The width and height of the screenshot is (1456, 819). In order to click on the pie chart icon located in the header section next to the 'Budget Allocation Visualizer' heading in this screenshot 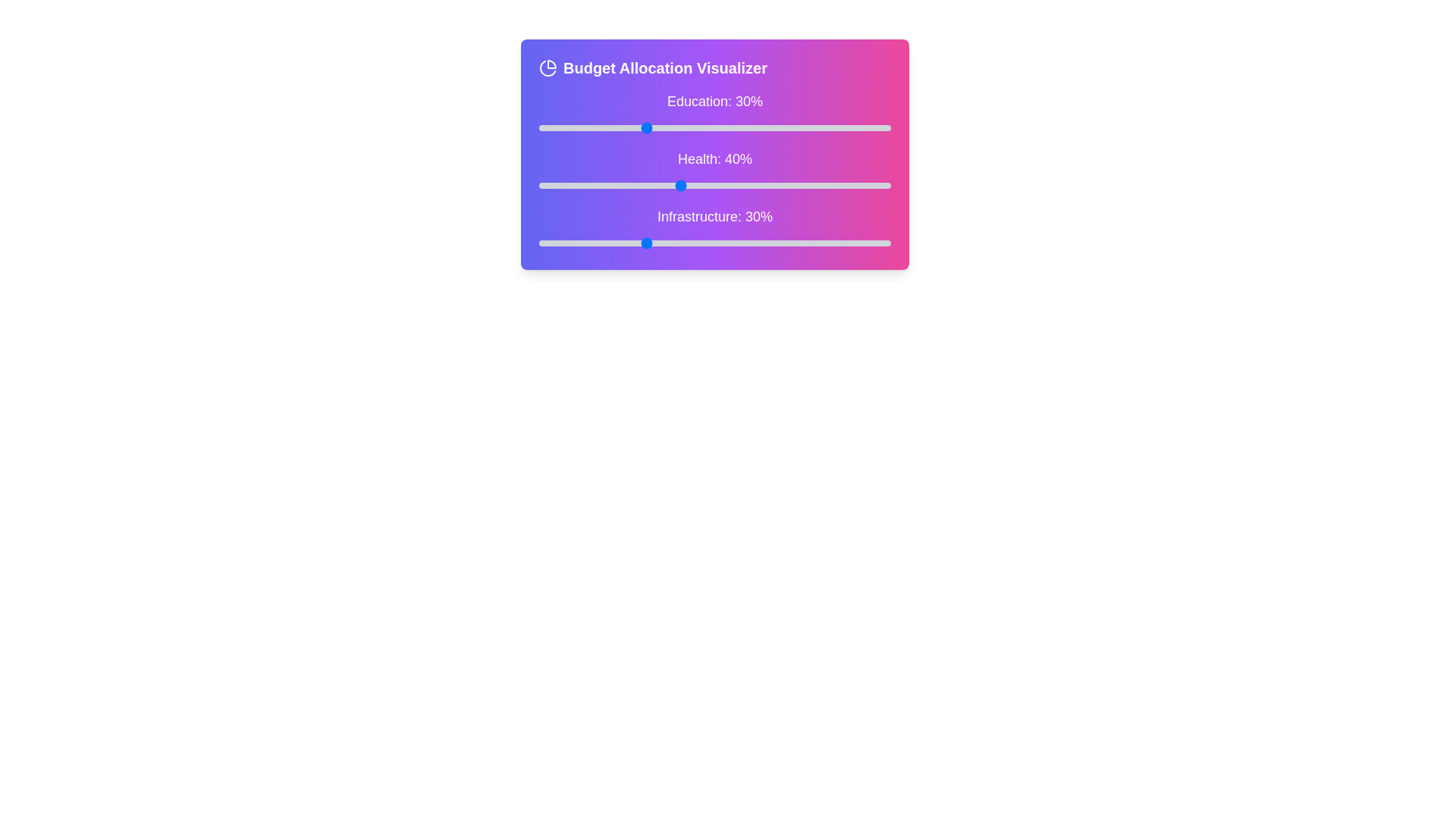, I will do `click(547, 68)`.